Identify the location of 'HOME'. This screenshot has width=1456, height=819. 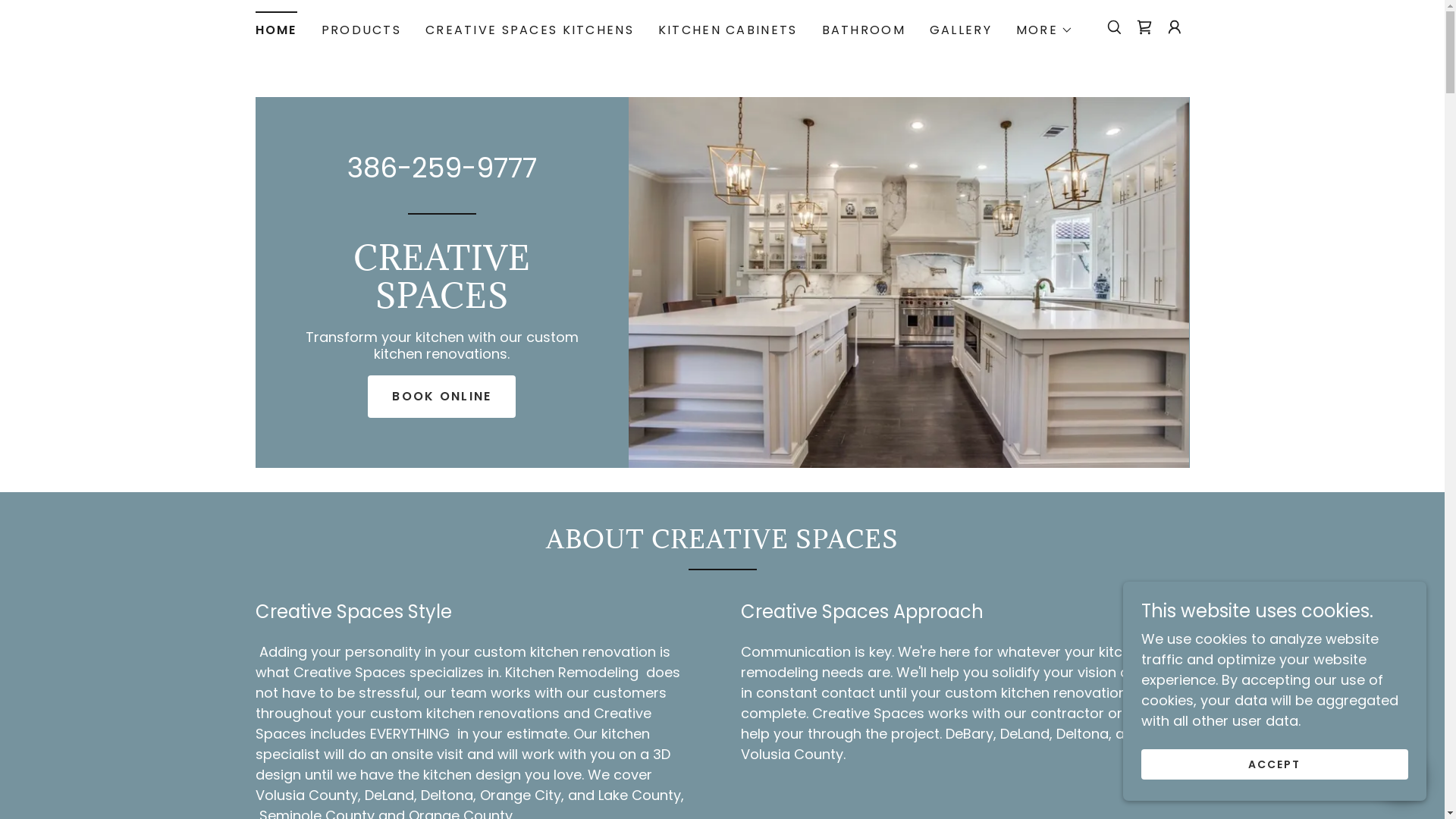
(275, 25).